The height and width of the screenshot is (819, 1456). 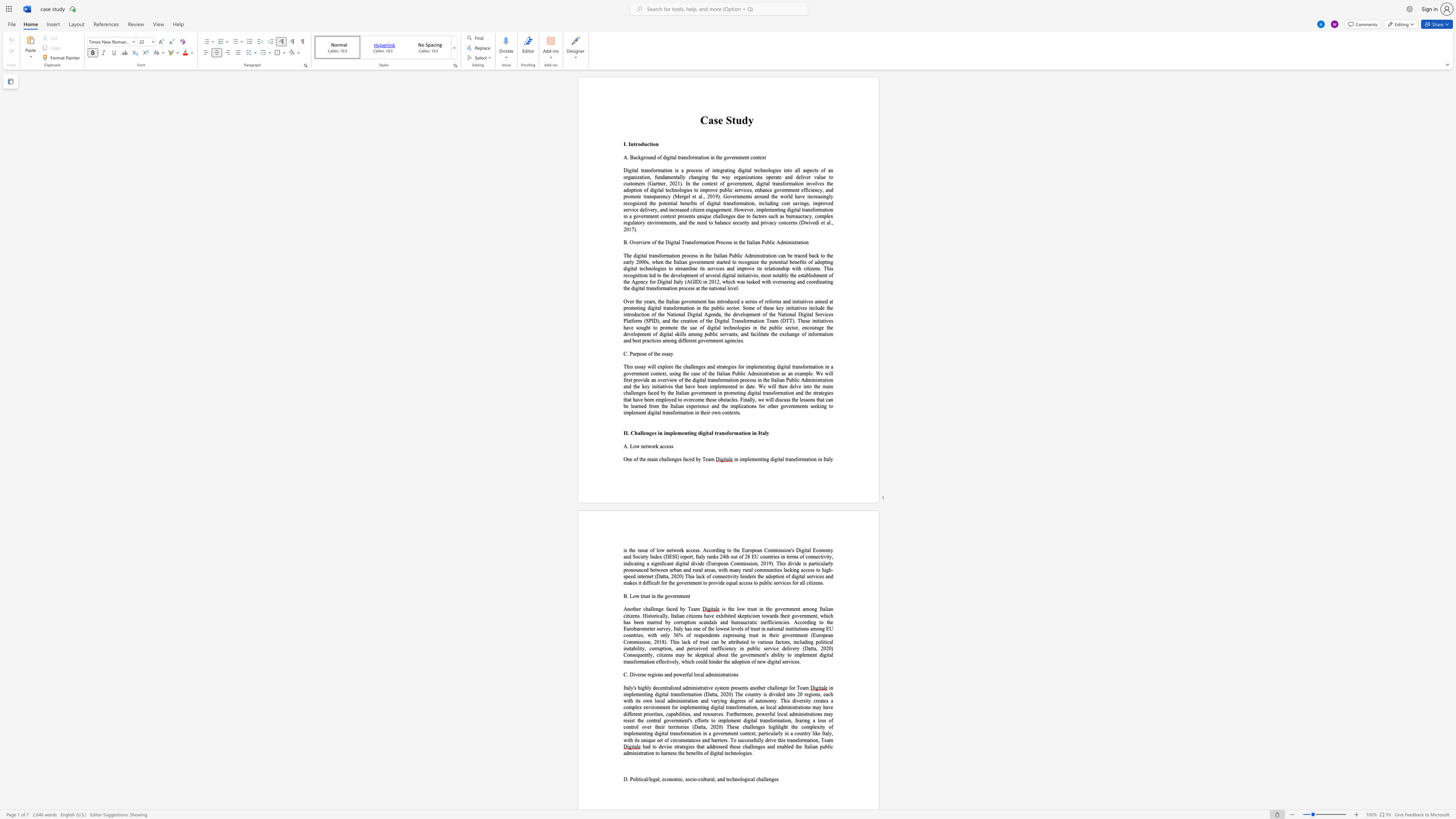 I want to click on the subset text "s factor" within the text "various factors", so click(x=770, y=641).